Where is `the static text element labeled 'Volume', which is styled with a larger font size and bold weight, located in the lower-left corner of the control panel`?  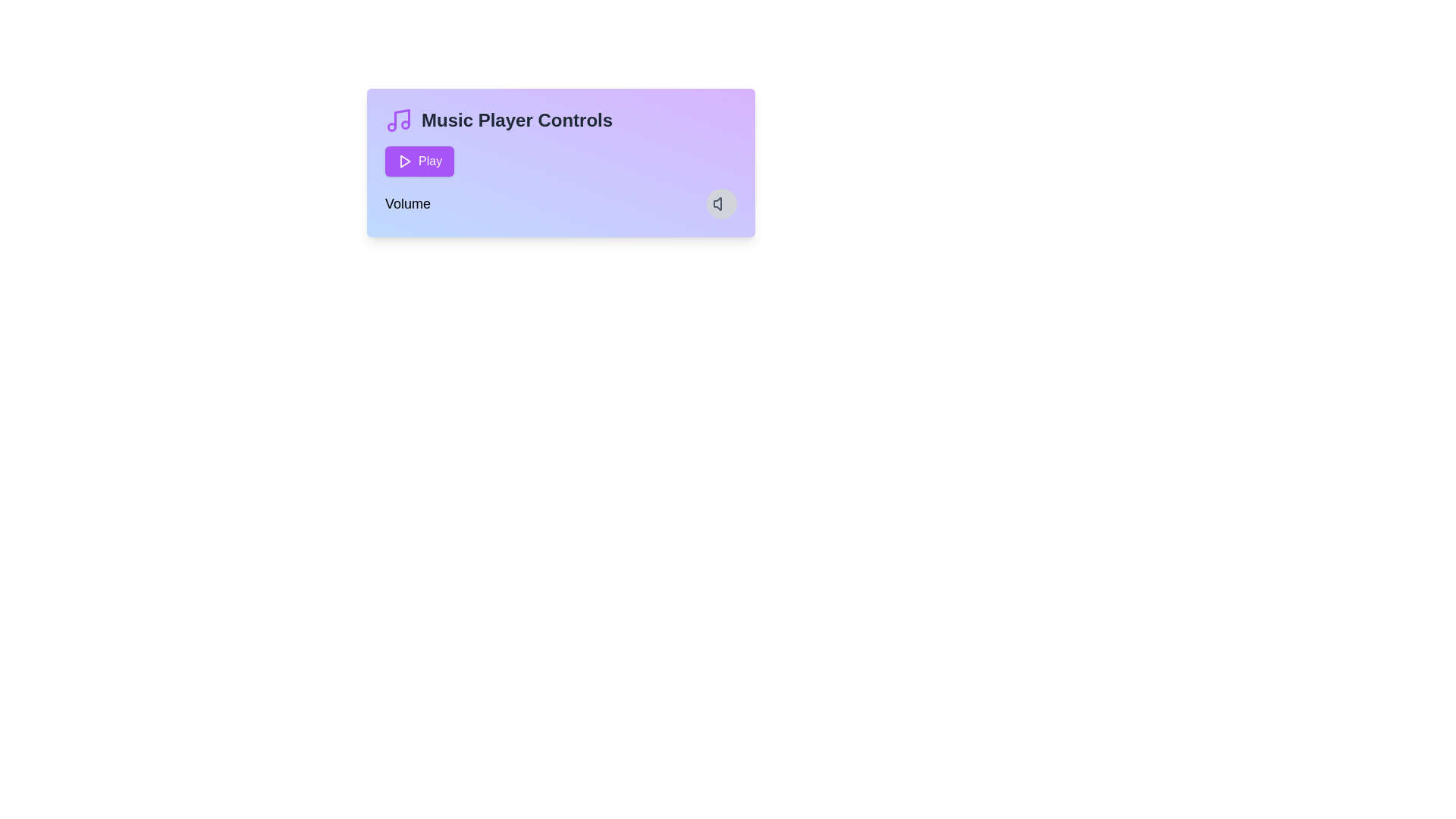 the static text element labeled 'Volume', which is styled with a larger font size and bold weight, located in the lower-left corner of the control panel is located at coordinates (407, 203).